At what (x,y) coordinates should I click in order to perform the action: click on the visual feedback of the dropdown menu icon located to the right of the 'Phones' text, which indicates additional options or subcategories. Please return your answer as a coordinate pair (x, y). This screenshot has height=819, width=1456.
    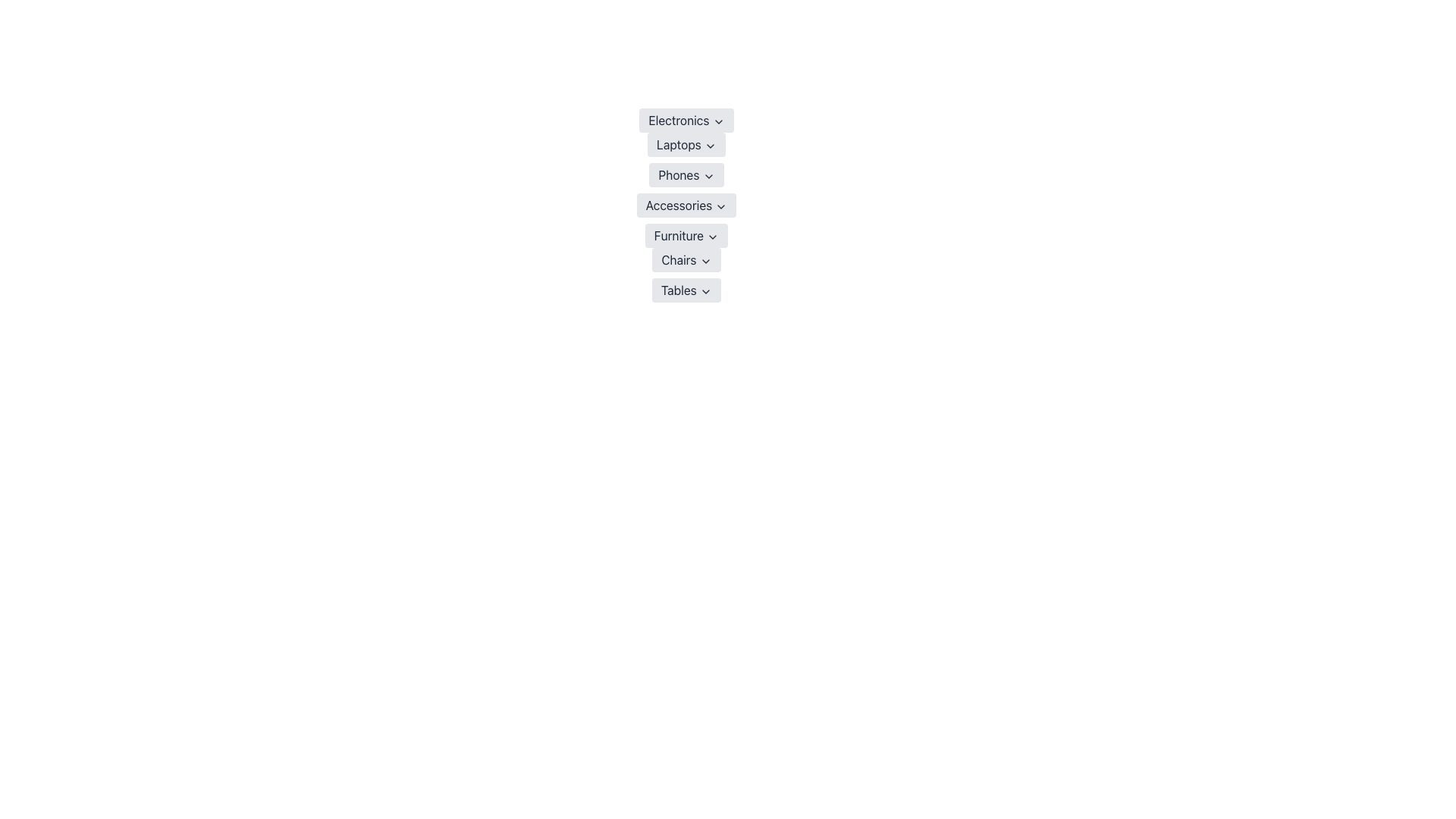
    Looking at the image, I should click on (708, 175).